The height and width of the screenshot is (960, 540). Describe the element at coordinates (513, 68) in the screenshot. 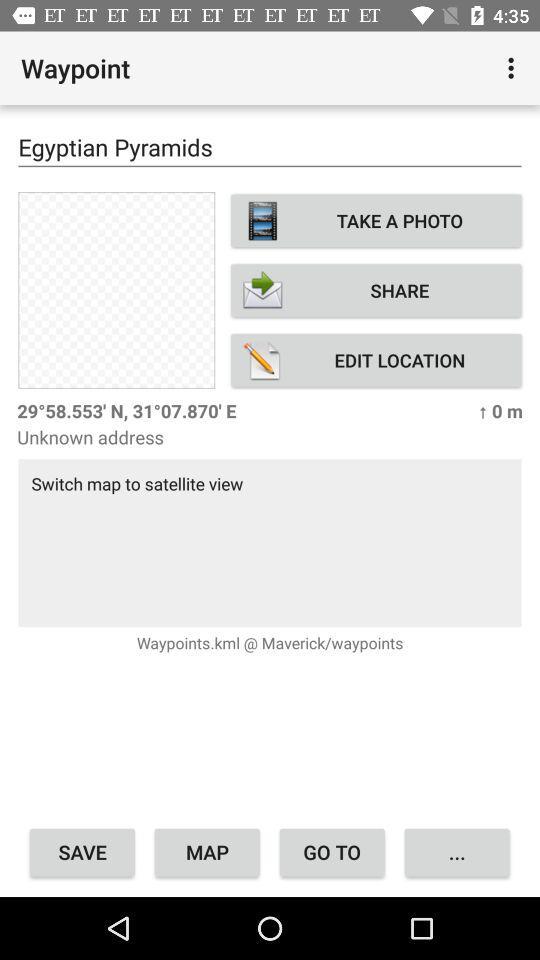

I see `app to the right of the waypoint icon` at that location.